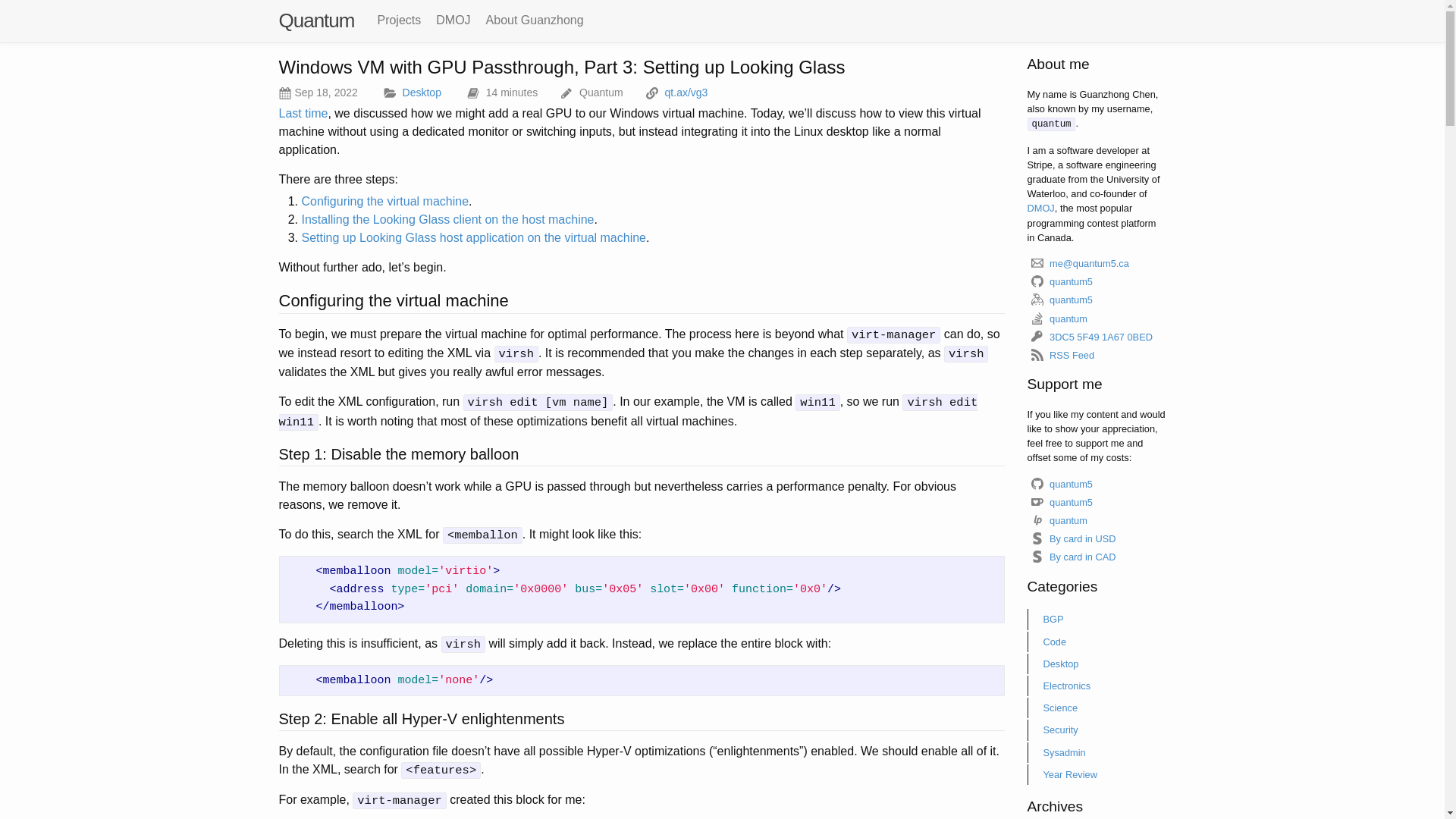 The width and height of the screenshot is (1456, 819). I want to click on 'quantum5', so click(1060, 484).